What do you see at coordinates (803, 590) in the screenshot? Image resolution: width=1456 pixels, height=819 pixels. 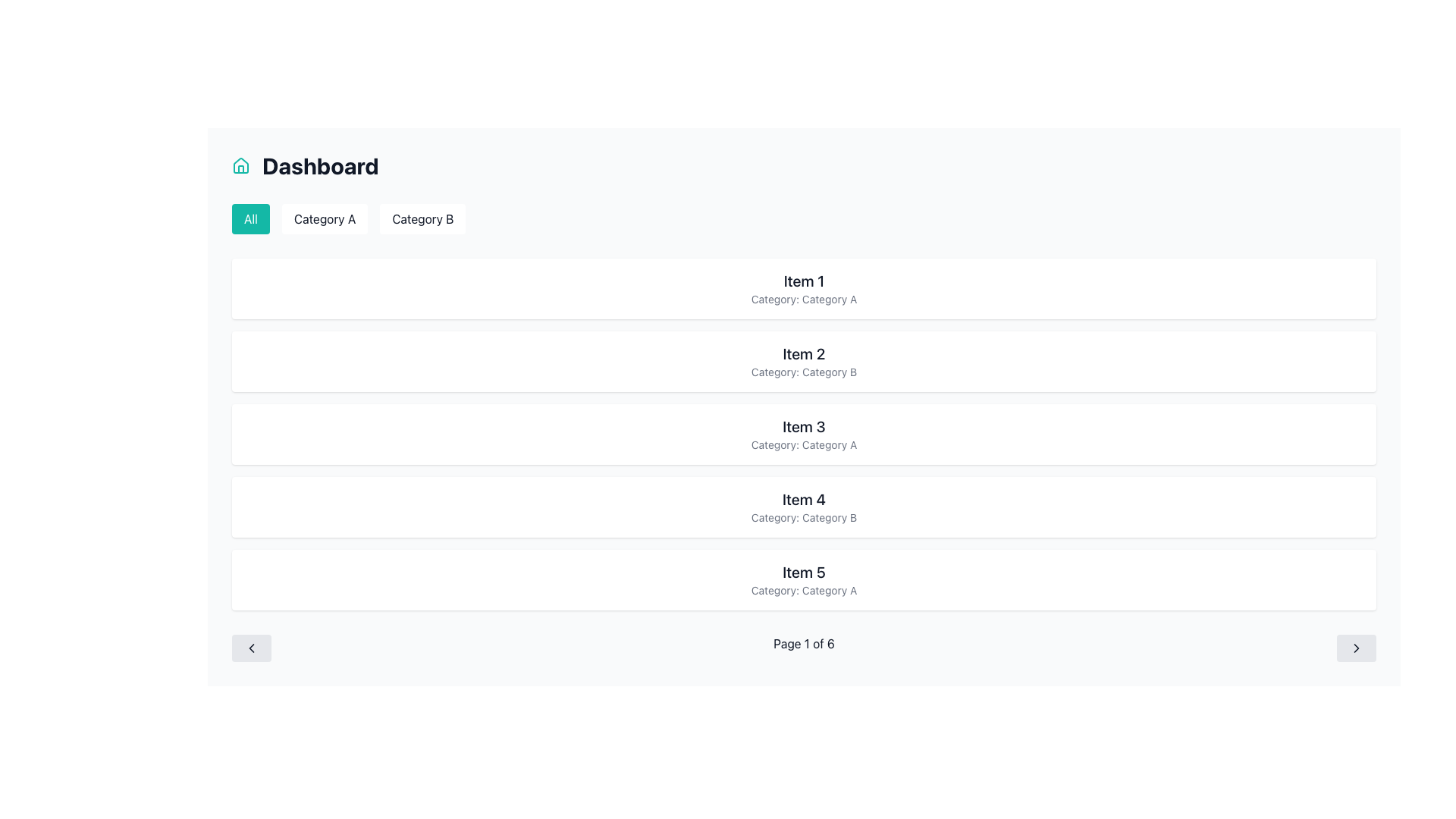 I see `the text label that reads 'Category: Category A' located within the card labeled 'Item 5', which is the second piece of text in that card` at bounding box center [803, 590].